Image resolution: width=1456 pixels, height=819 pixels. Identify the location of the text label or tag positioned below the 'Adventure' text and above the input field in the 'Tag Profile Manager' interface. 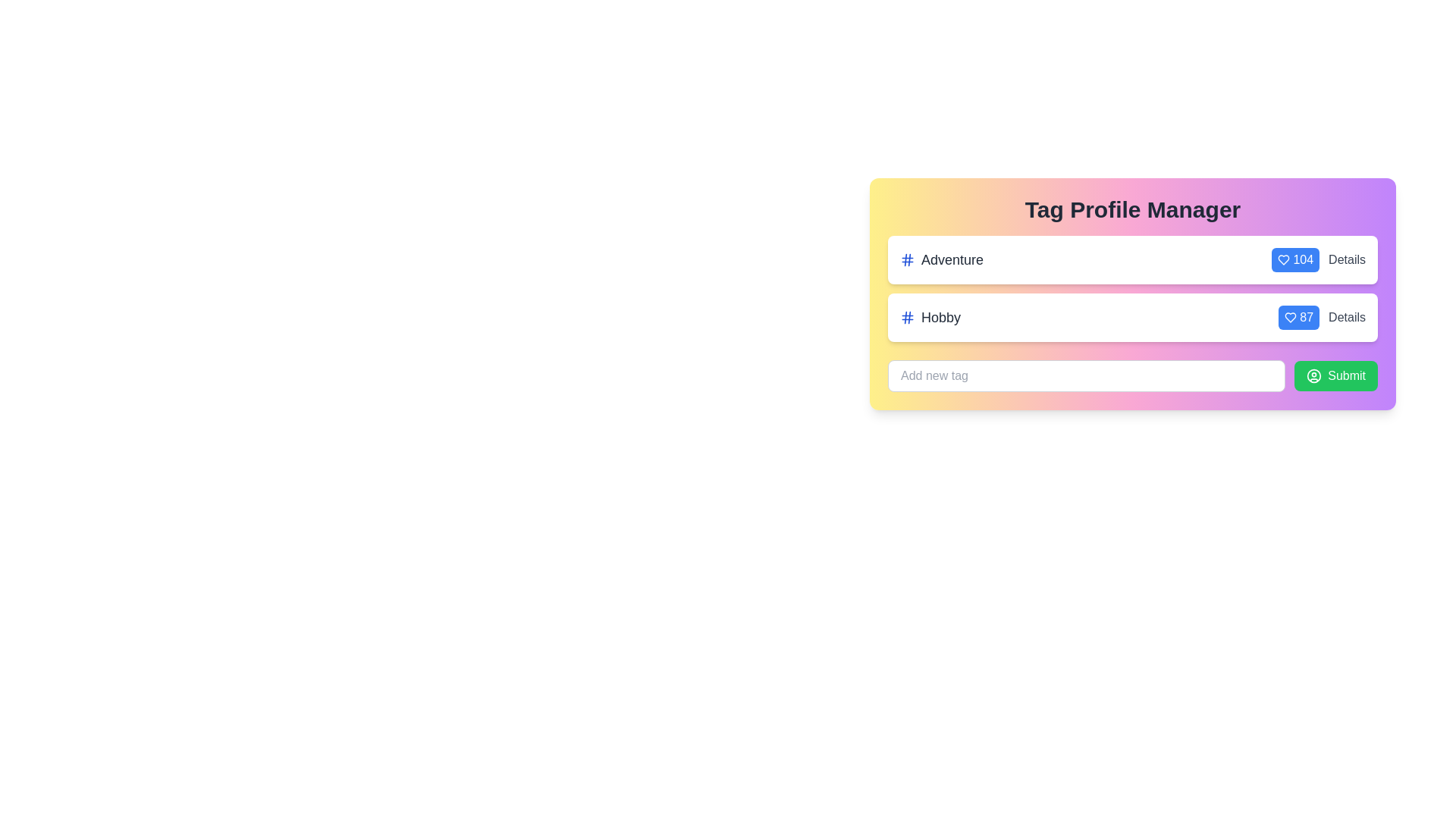
(940, 317).